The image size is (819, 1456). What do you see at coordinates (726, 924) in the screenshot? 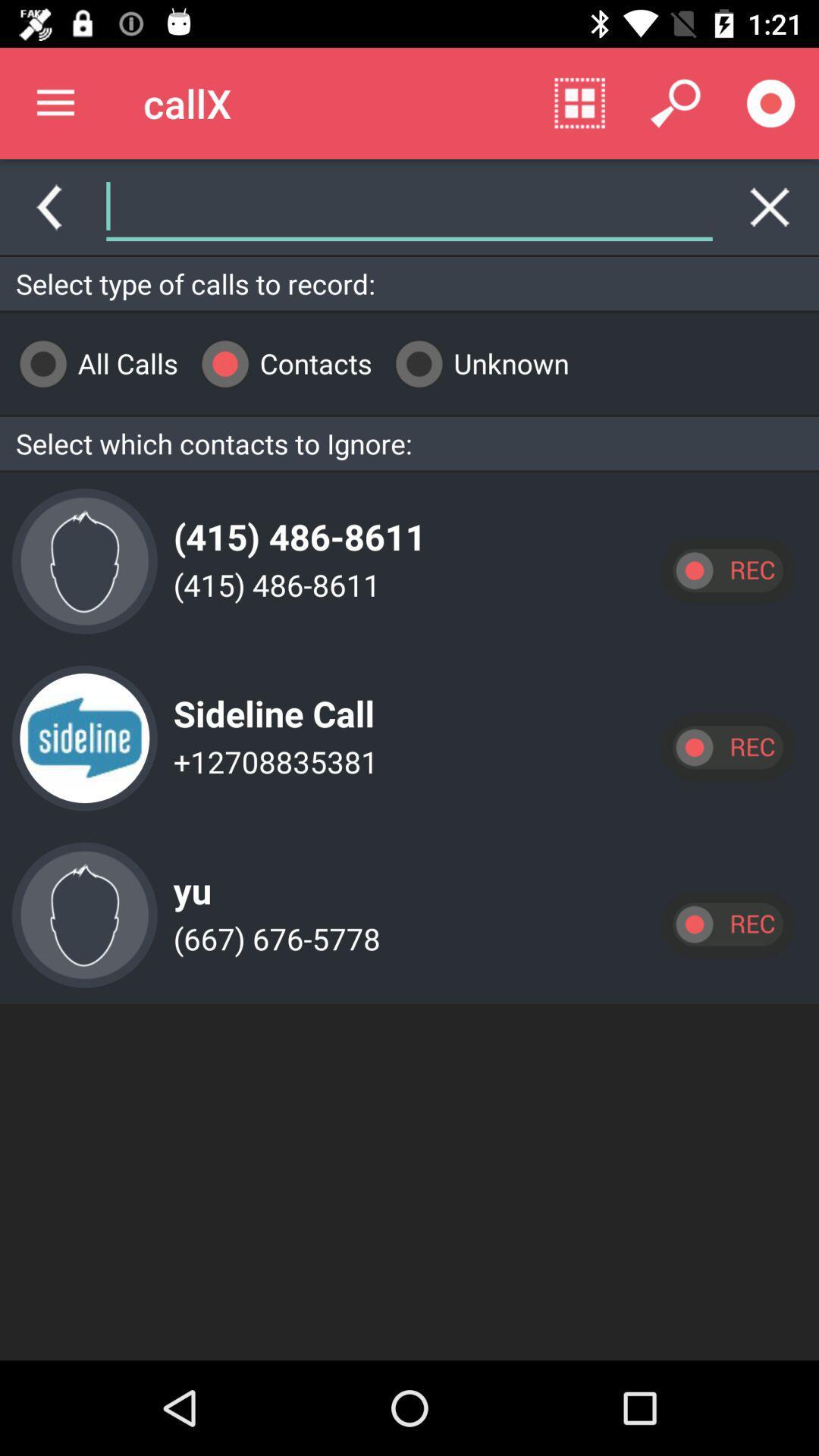
I see `record contact` at bounding box center [726, 924].